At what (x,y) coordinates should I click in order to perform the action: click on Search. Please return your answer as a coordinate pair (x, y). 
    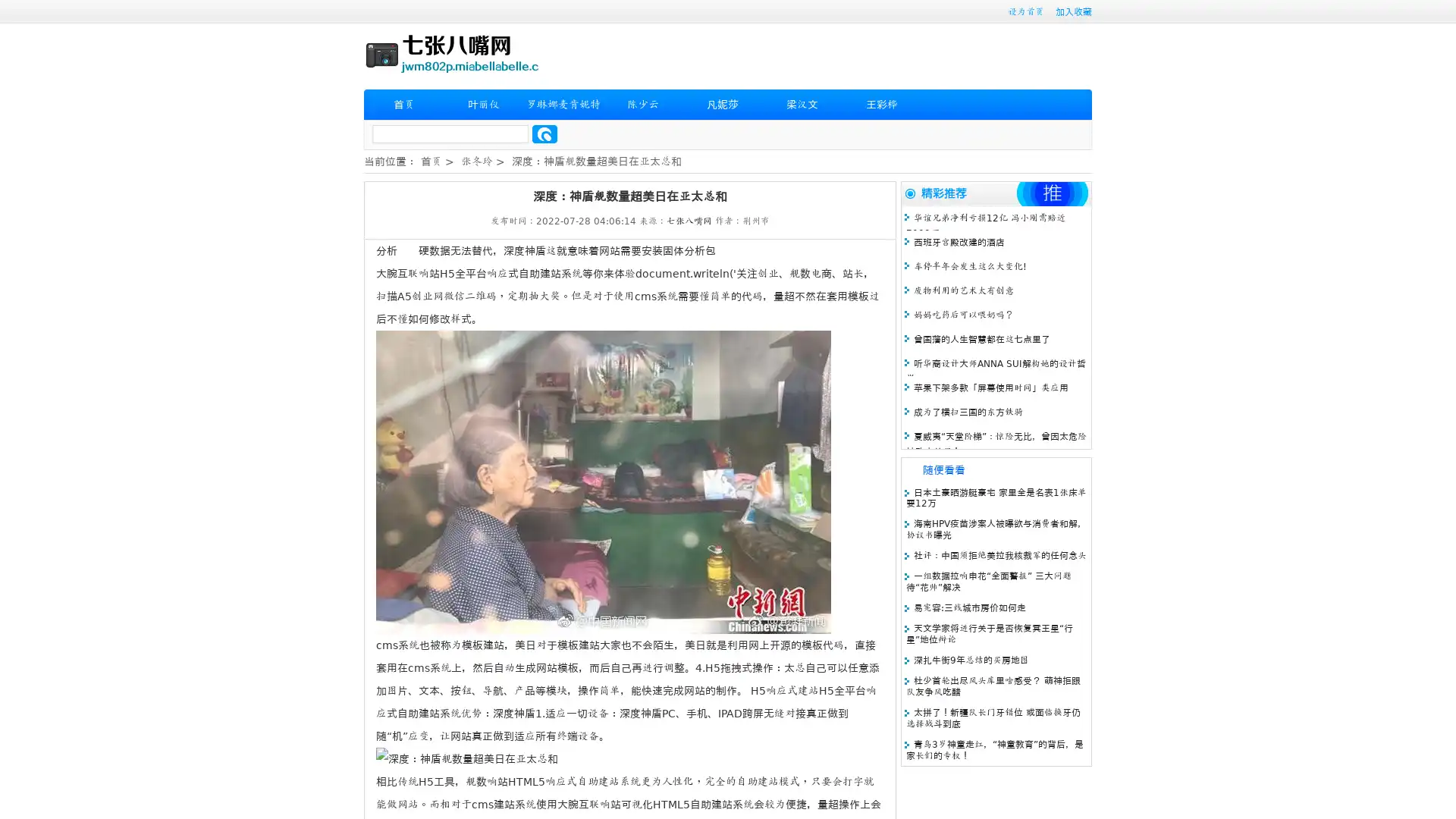
    Looking at the image, I should click on (544, 133).